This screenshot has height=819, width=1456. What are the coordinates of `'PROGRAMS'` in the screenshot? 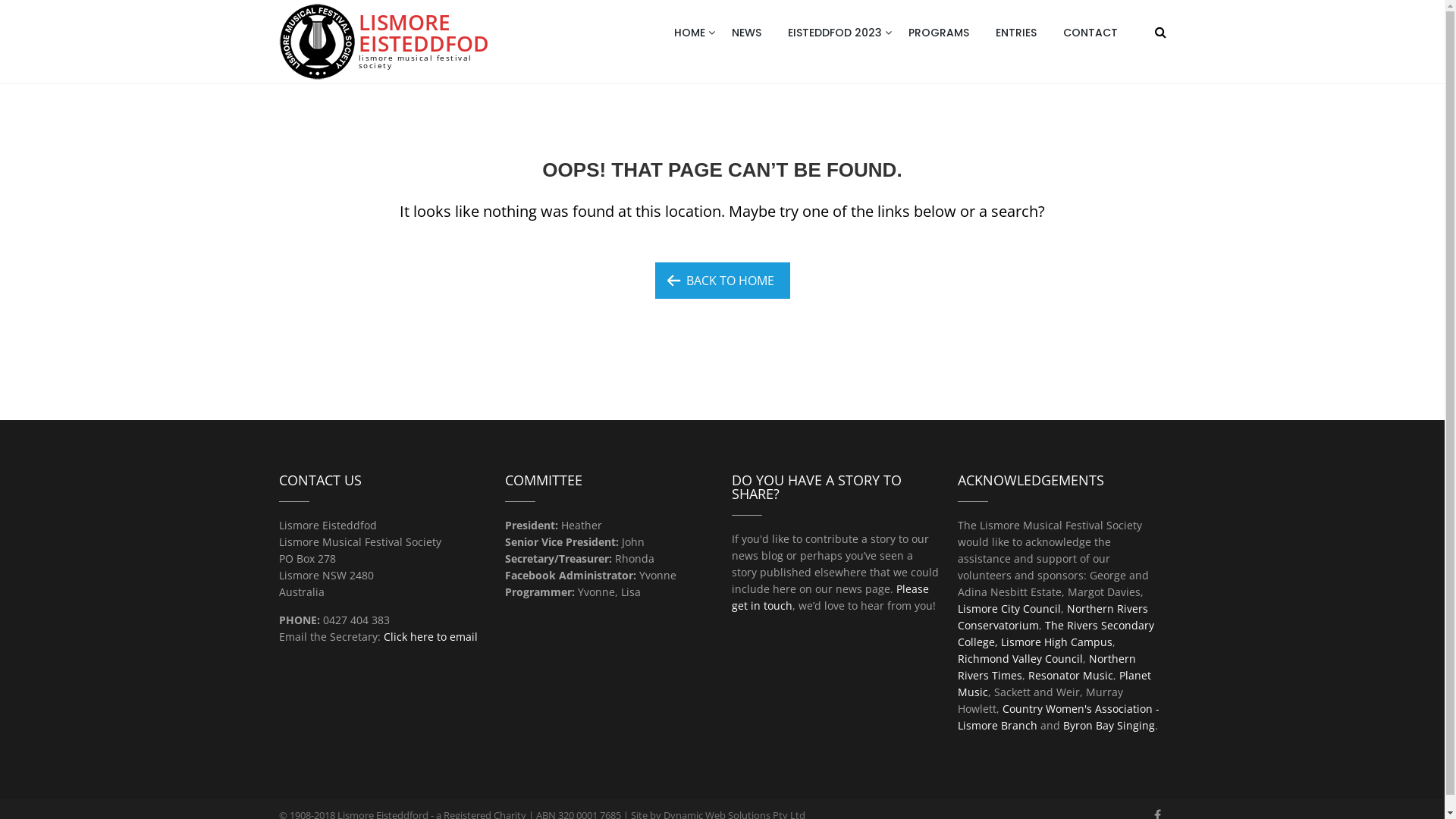 It's located at (946, 32).